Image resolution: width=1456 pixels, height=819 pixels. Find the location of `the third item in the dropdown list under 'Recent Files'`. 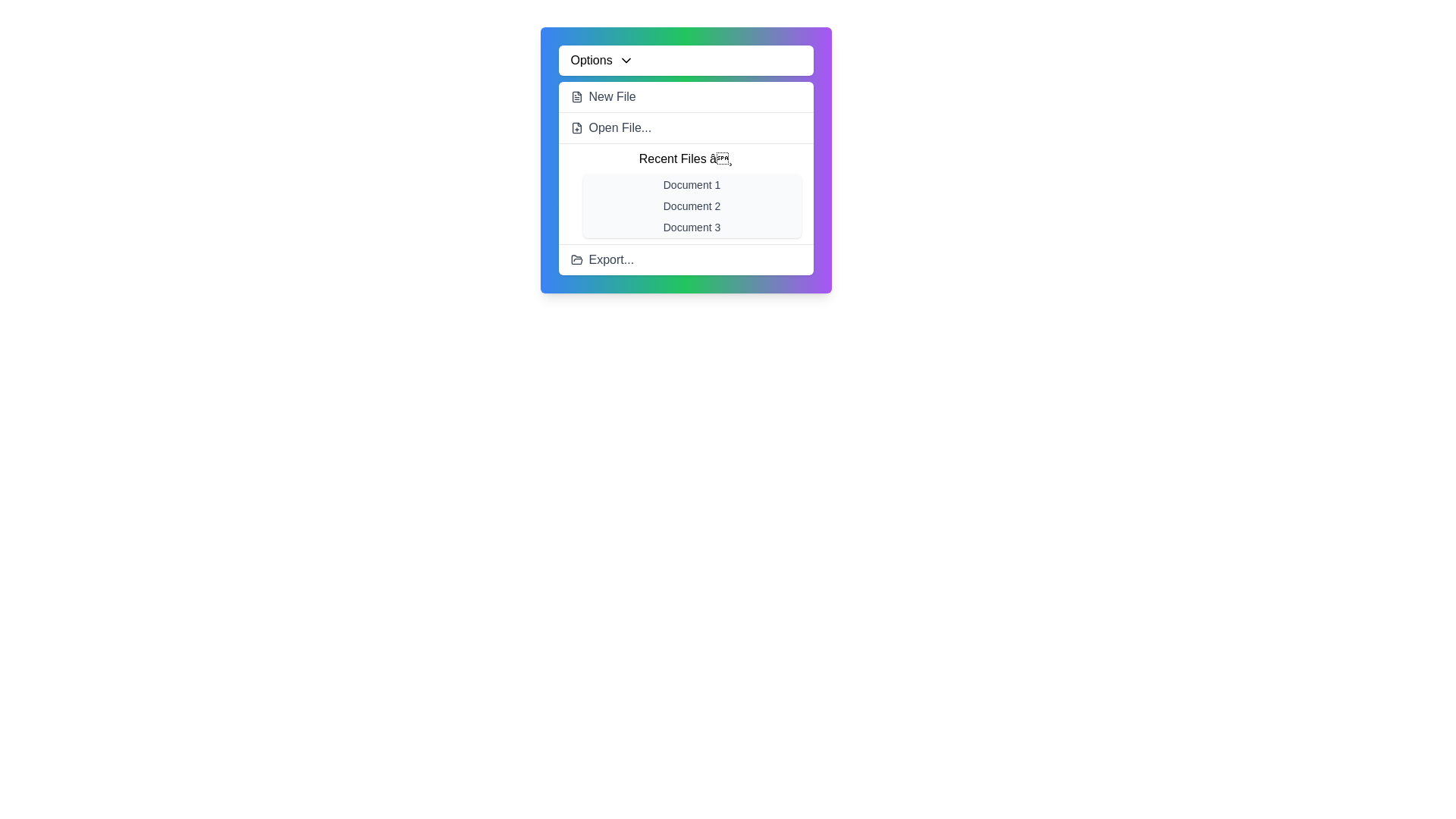

the third item in the dropdown list under 'Recent Files' is located at coordinates (691, 227).